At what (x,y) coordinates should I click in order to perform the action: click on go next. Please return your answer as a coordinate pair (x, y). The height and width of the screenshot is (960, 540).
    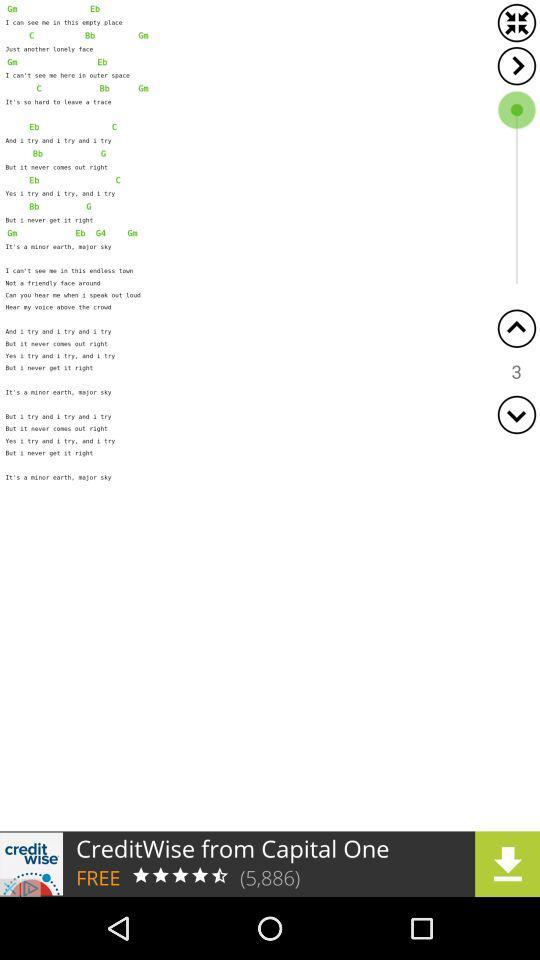
    Looking at the image, I should click on (516, 66).